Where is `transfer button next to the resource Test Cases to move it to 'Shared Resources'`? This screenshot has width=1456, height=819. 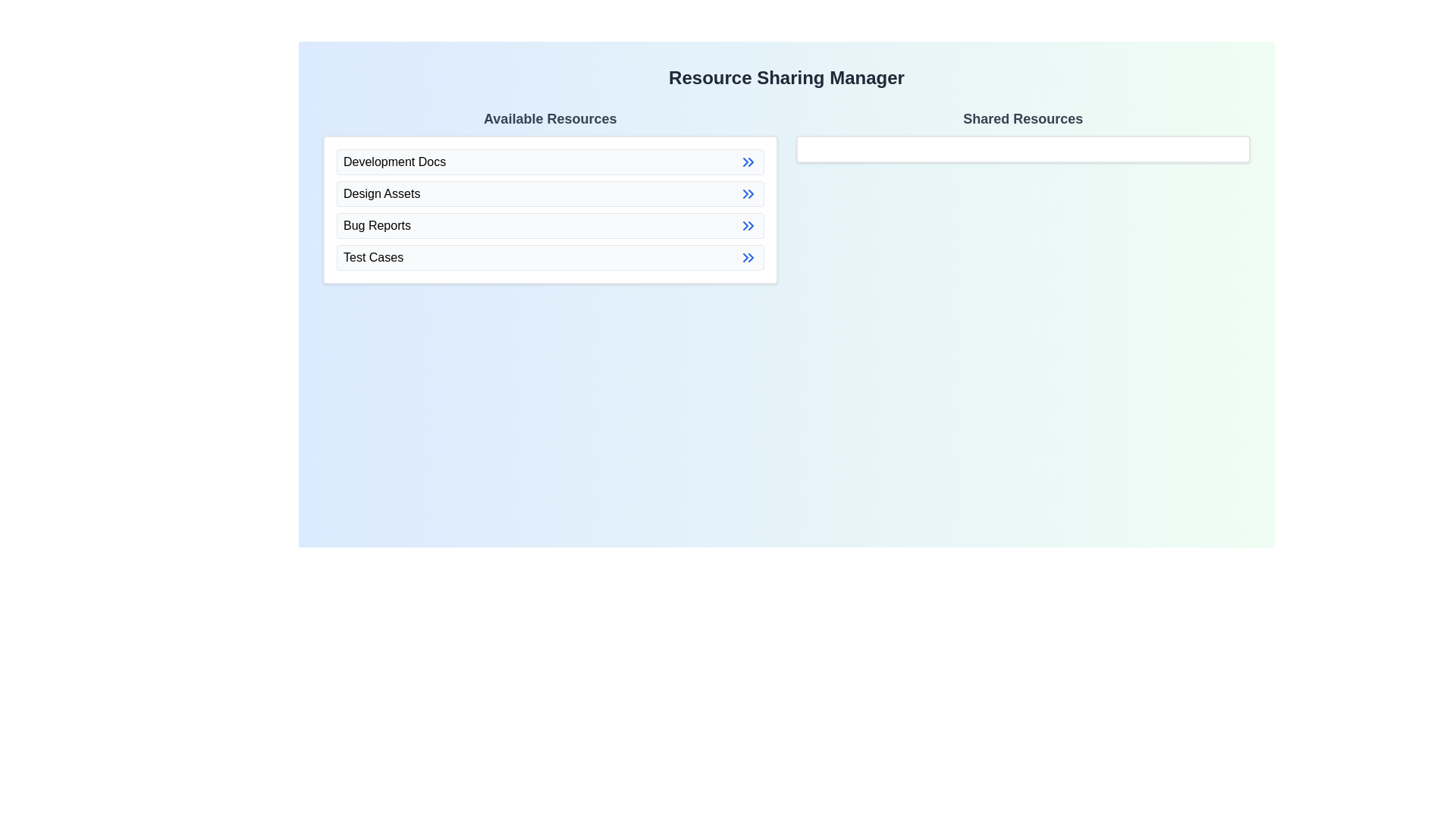
transfer button next to the resource Test Cases to move it to 'Shared Resources' is located at coordinates (748, 256).